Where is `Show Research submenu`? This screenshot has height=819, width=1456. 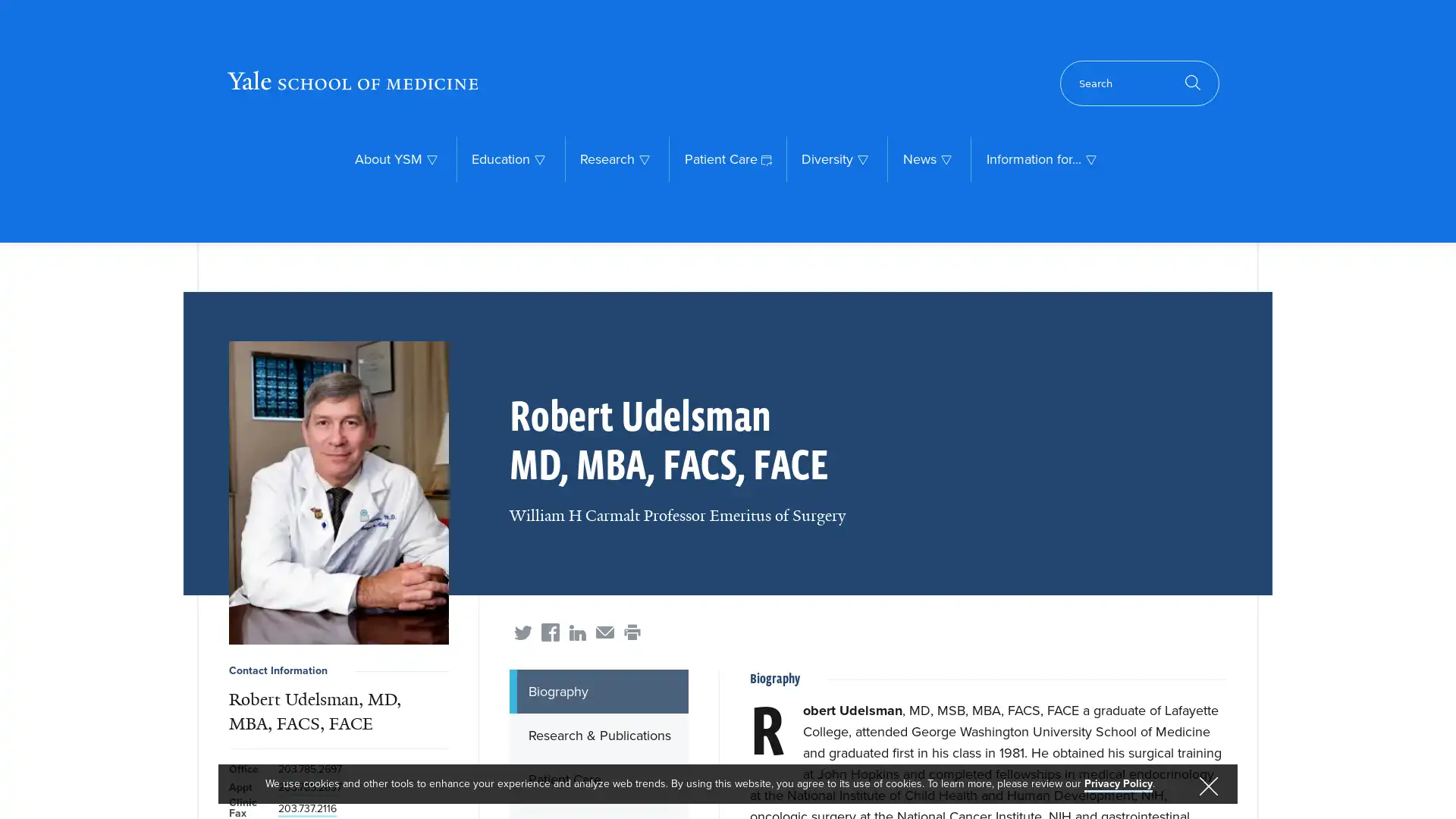
Show Research submenu is located at coordinates (644, 158).